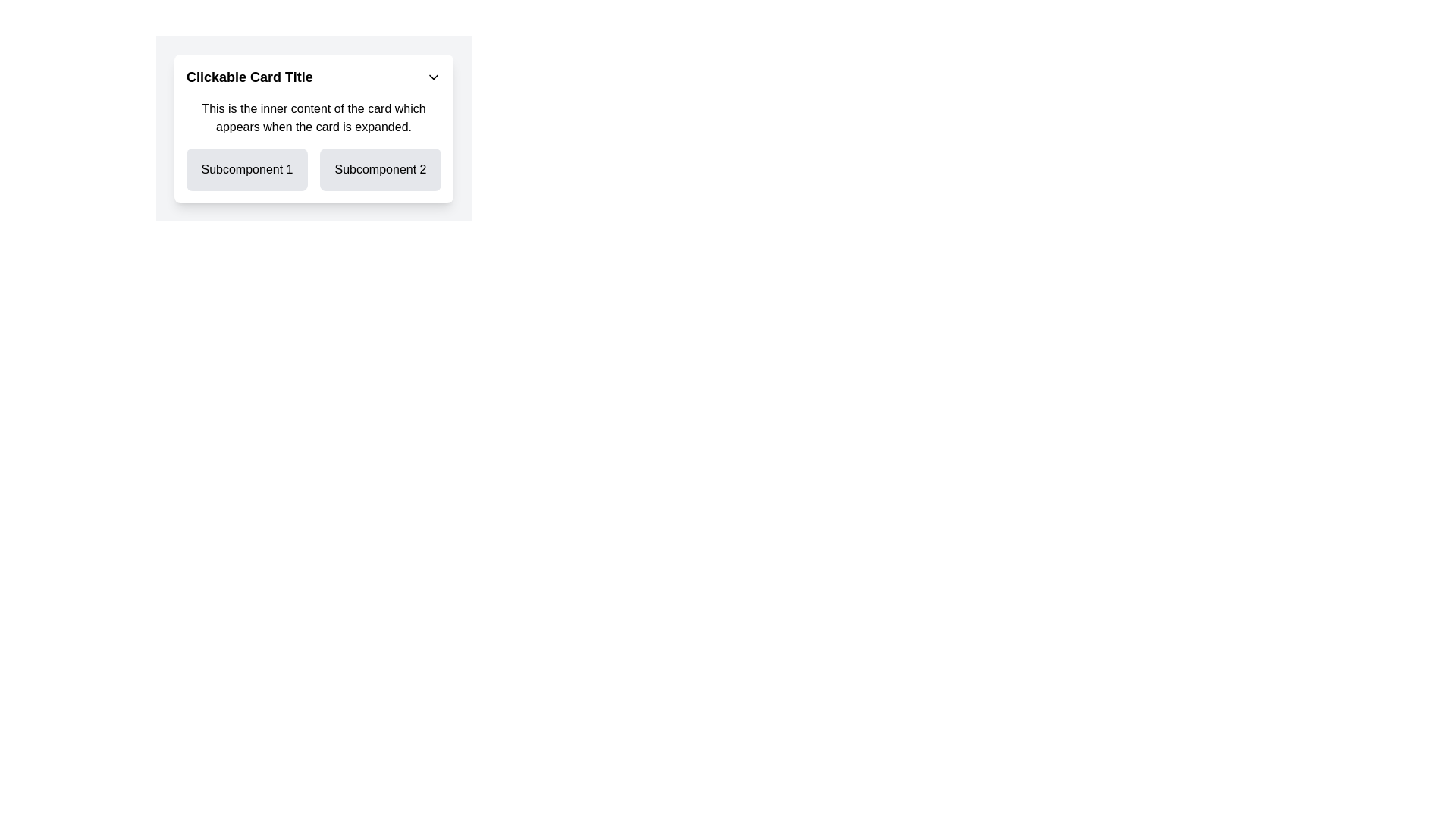 The image size is (1456, 819). What do you see at coordinates (247, 169) in the screenshot?
I see `the static text box labeled 'Subcomponent 1' which is part of a grid layout and has a light gray background with rounded corners` at bounding box center [247, 169].